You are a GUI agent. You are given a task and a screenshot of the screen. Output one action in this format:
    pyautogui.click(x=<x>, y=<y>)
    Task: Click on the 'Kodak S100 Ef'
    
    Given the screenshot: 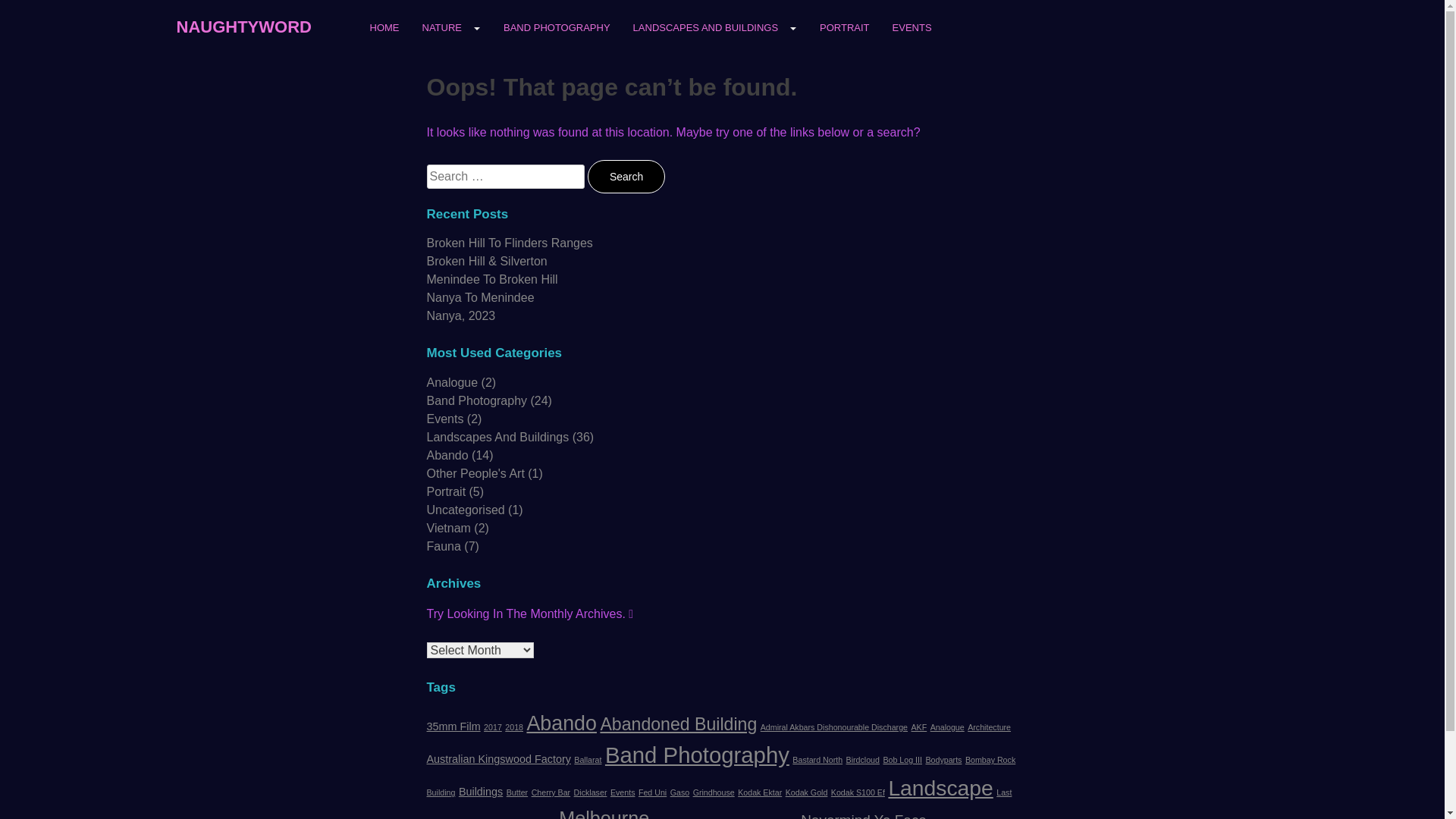 What is the action you would take?
    pyautogui.click(x=830, y=792)
    